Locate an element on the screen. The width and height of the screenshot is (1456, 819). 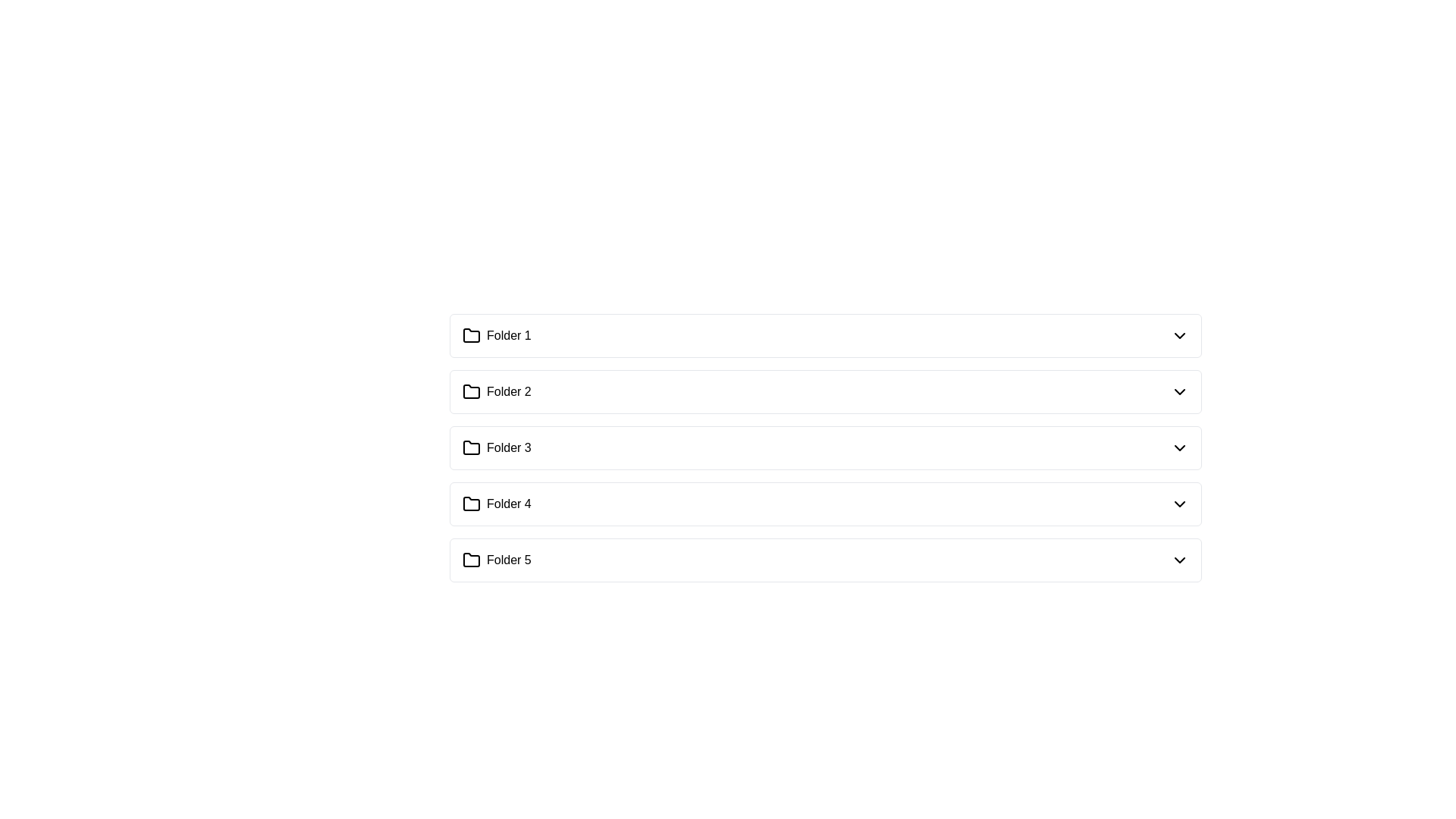
the text label displaying 'Folder 1' is located at coordinates (509, 335).